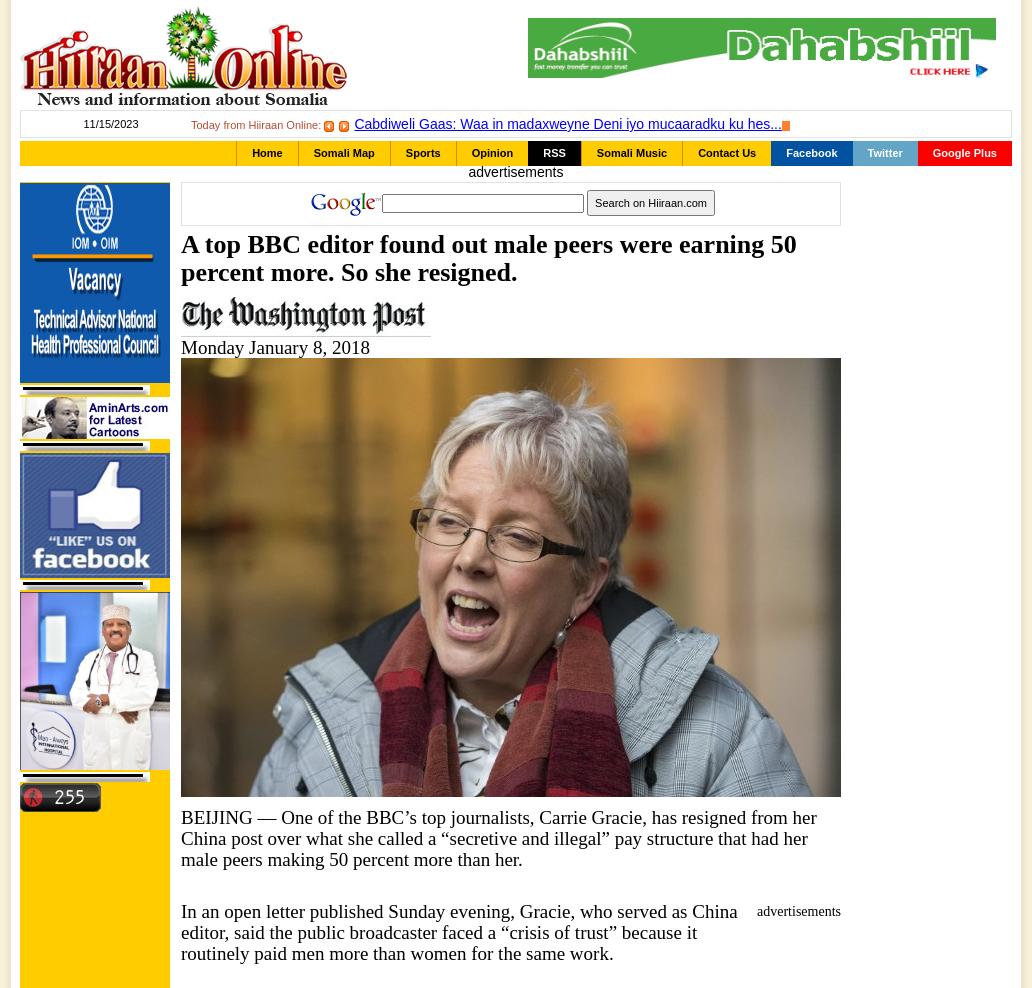 The width and height of the screenshot is (1032, 988). Describe the element at coordinates (403, 152) in the screenshot. I see `'Sports'` at that location.